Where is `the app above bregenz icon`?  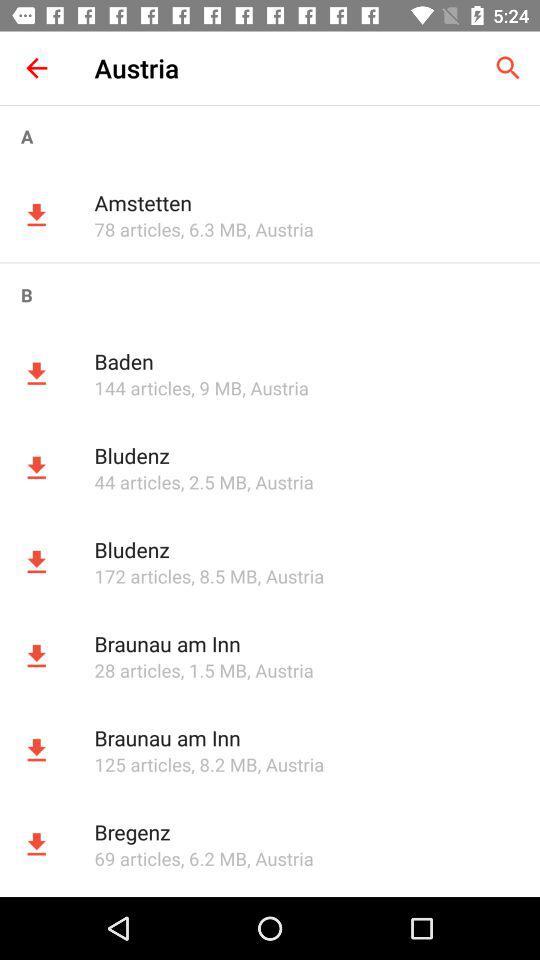
the app above bregenz icon is located at coordinates (141, 763).